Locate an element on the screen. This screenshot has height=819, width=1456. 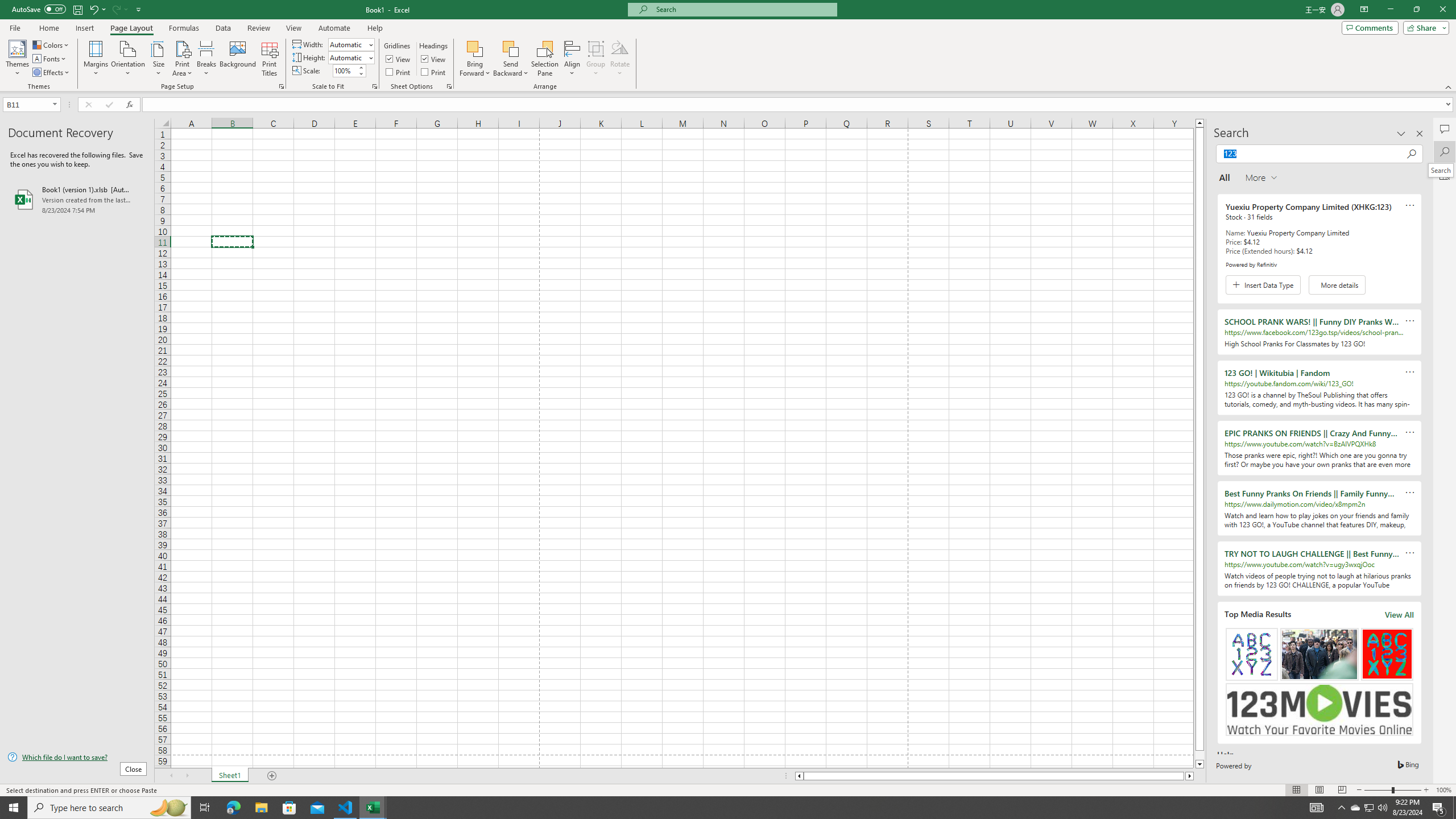
'Scale' is located at coordinates (345, 70).